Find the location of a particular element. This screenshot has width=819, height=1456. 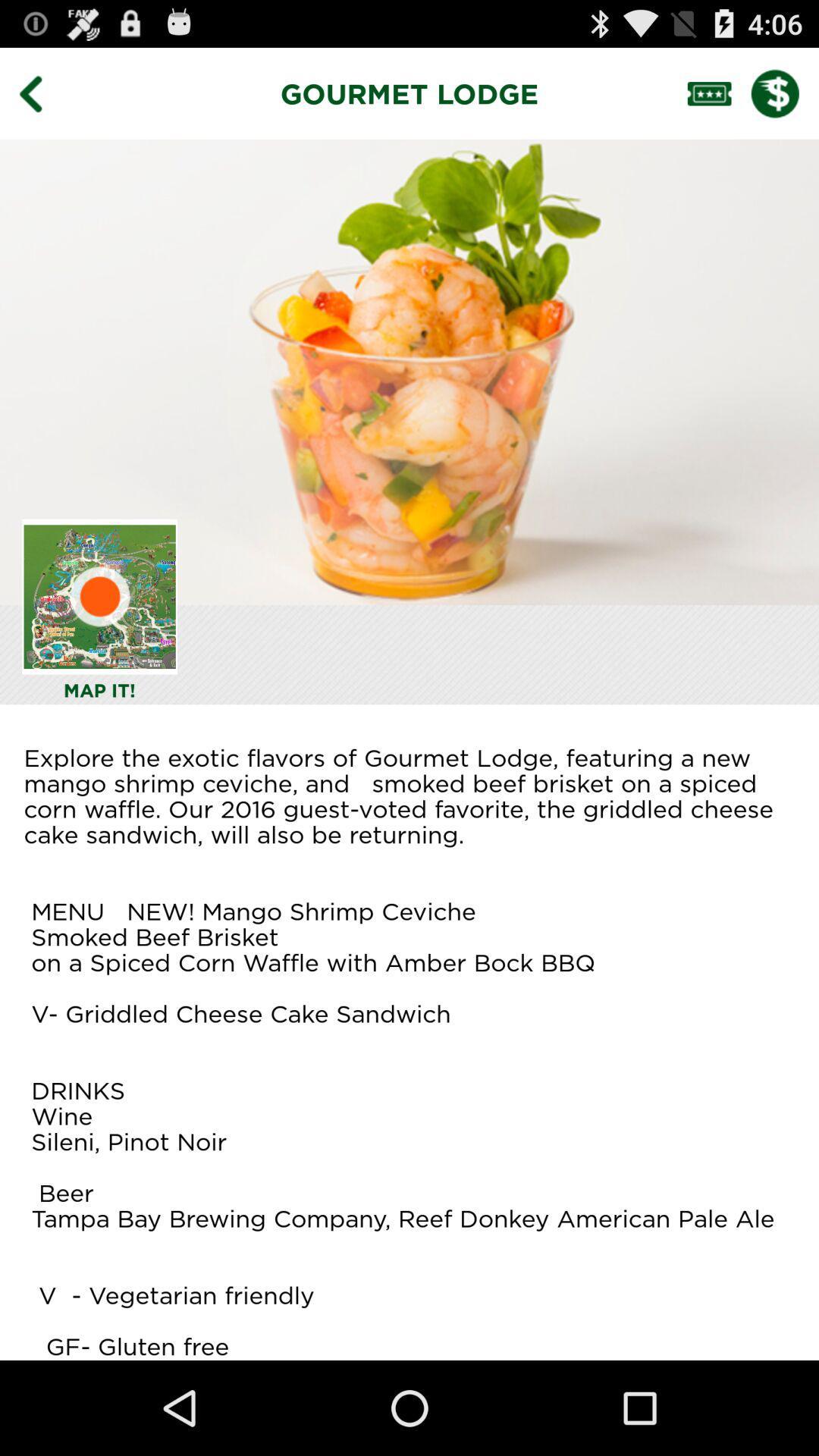

map button is located at coordinates (99, 596).